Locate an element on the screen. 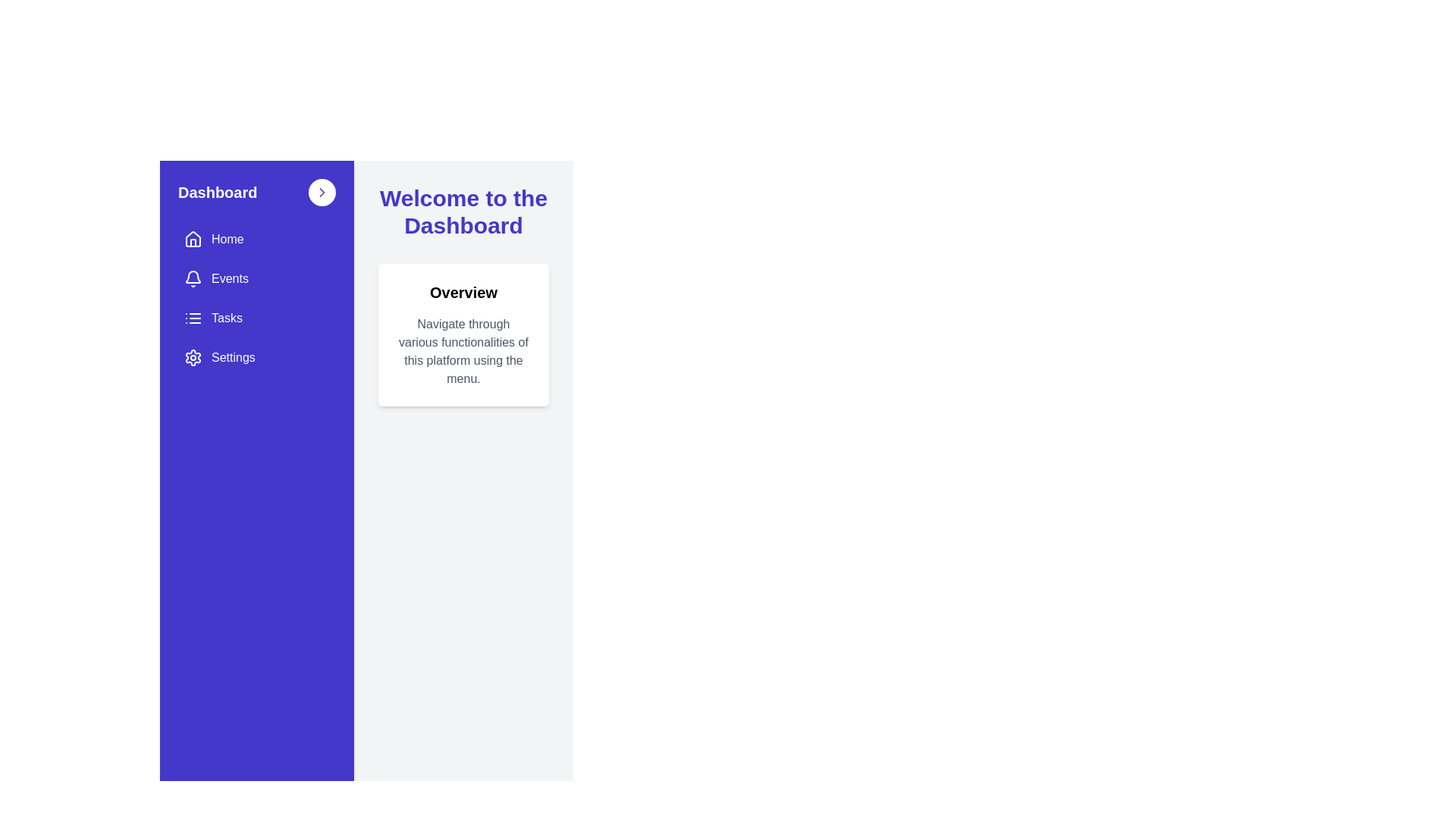 The image size is (1456, 819). text content of the 'Tasks' label located in the navigation sidebar, positioned below 'Events' and above 'Settings' is located at coordinates (226, 318).